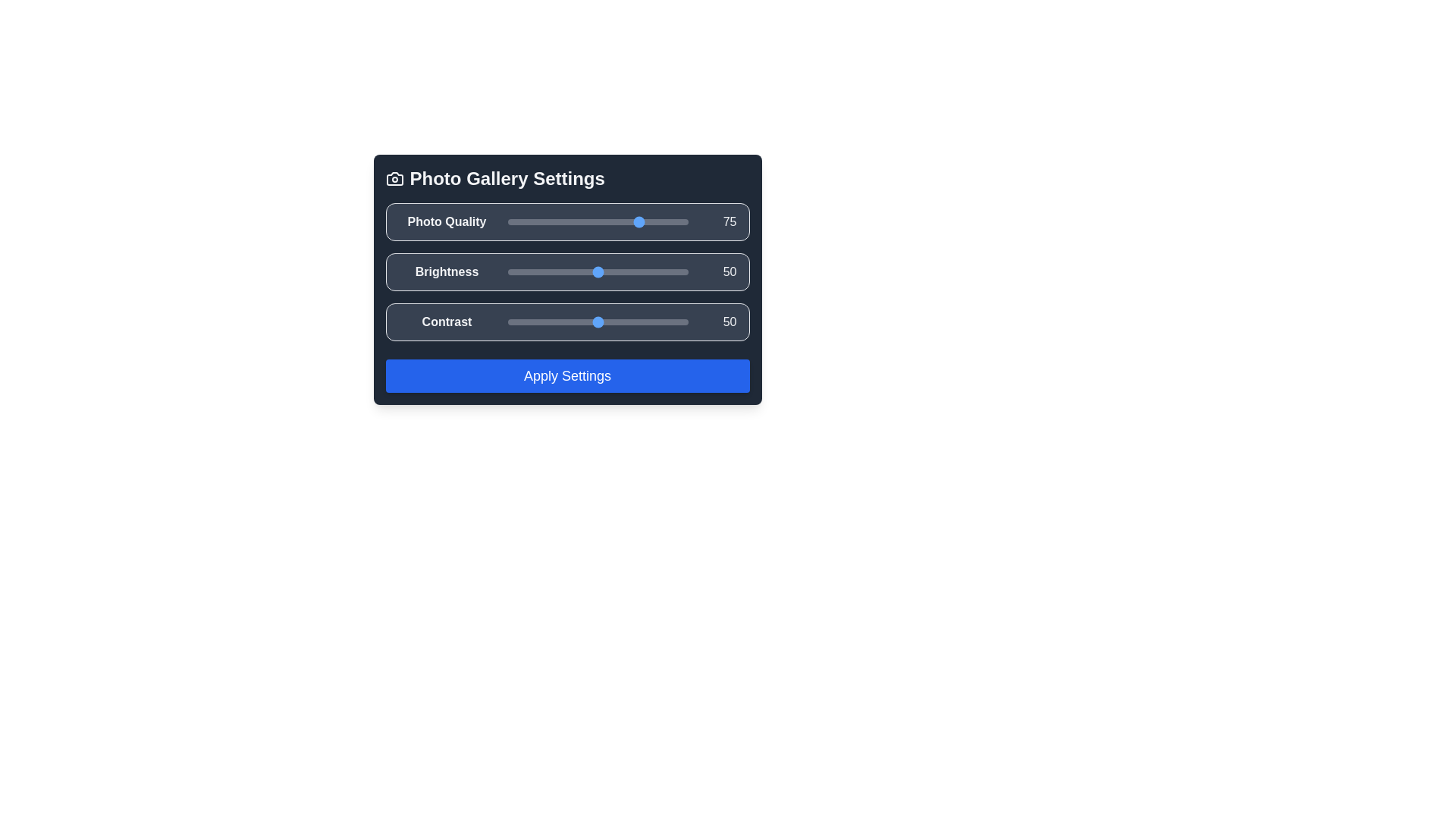  I want to click on the Static Text Display that shows the current brightness level, located in the 'Photo Gallery Settings' section below 'Photo Quality', so click(717, 271).